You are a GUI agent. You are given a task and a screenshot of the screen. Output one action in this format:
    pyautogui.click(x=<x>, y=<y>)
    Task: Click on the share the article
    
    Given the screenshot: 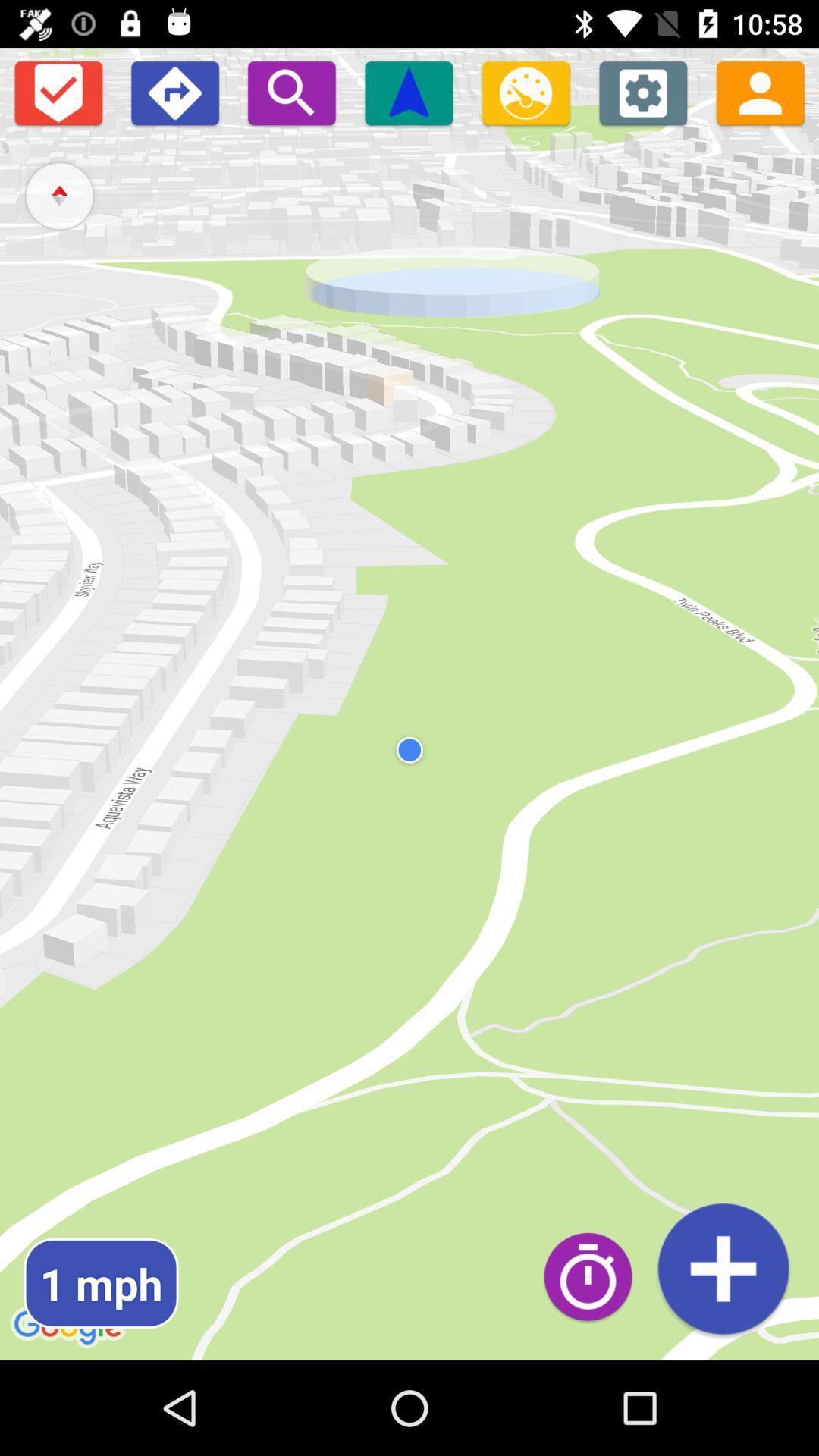 What is the action you would take?
    pyautogui.click(x=760, y=92)
    